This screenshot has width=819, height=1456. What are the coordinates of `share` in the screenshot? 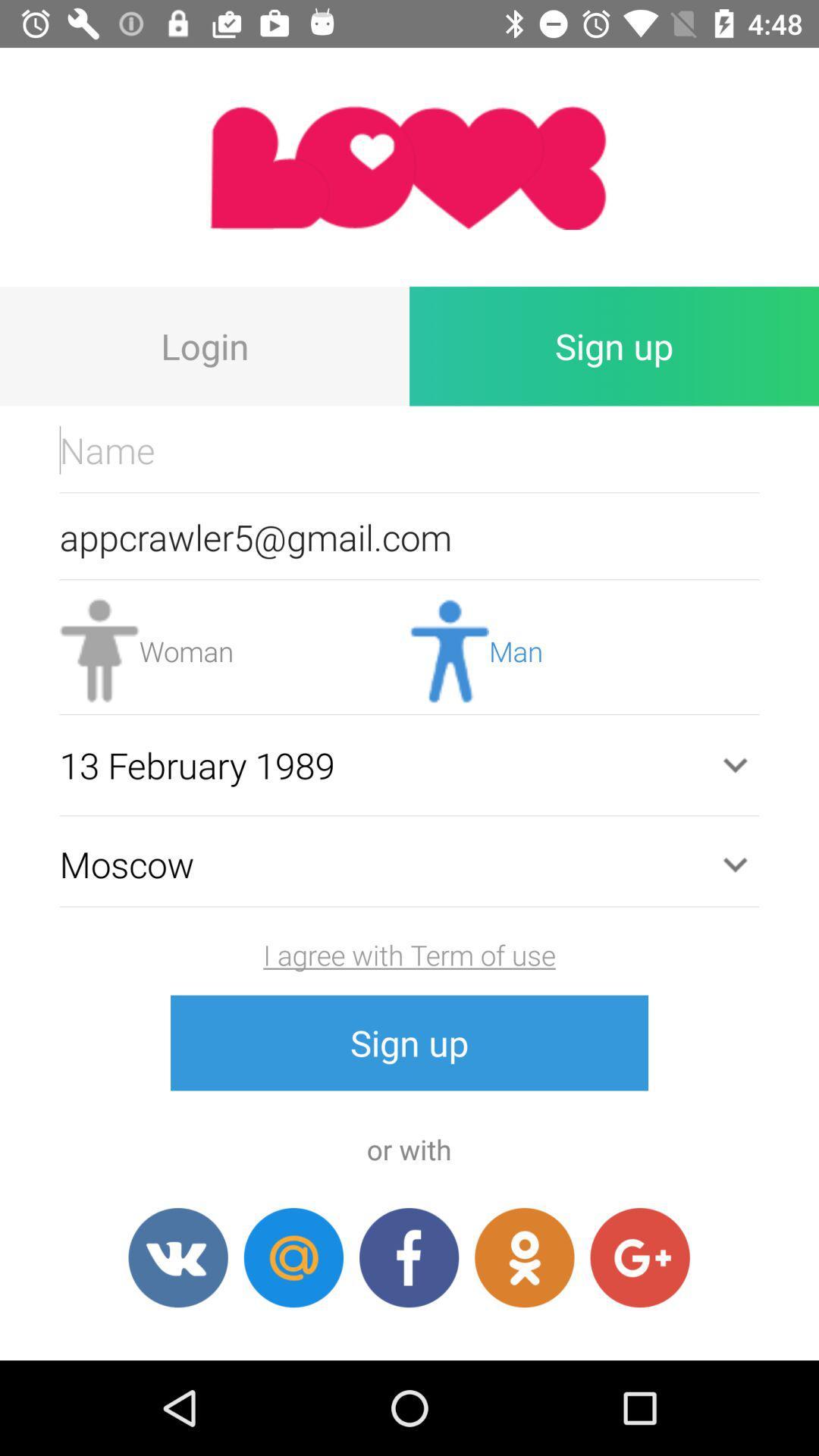 It's located at (523, 1257).